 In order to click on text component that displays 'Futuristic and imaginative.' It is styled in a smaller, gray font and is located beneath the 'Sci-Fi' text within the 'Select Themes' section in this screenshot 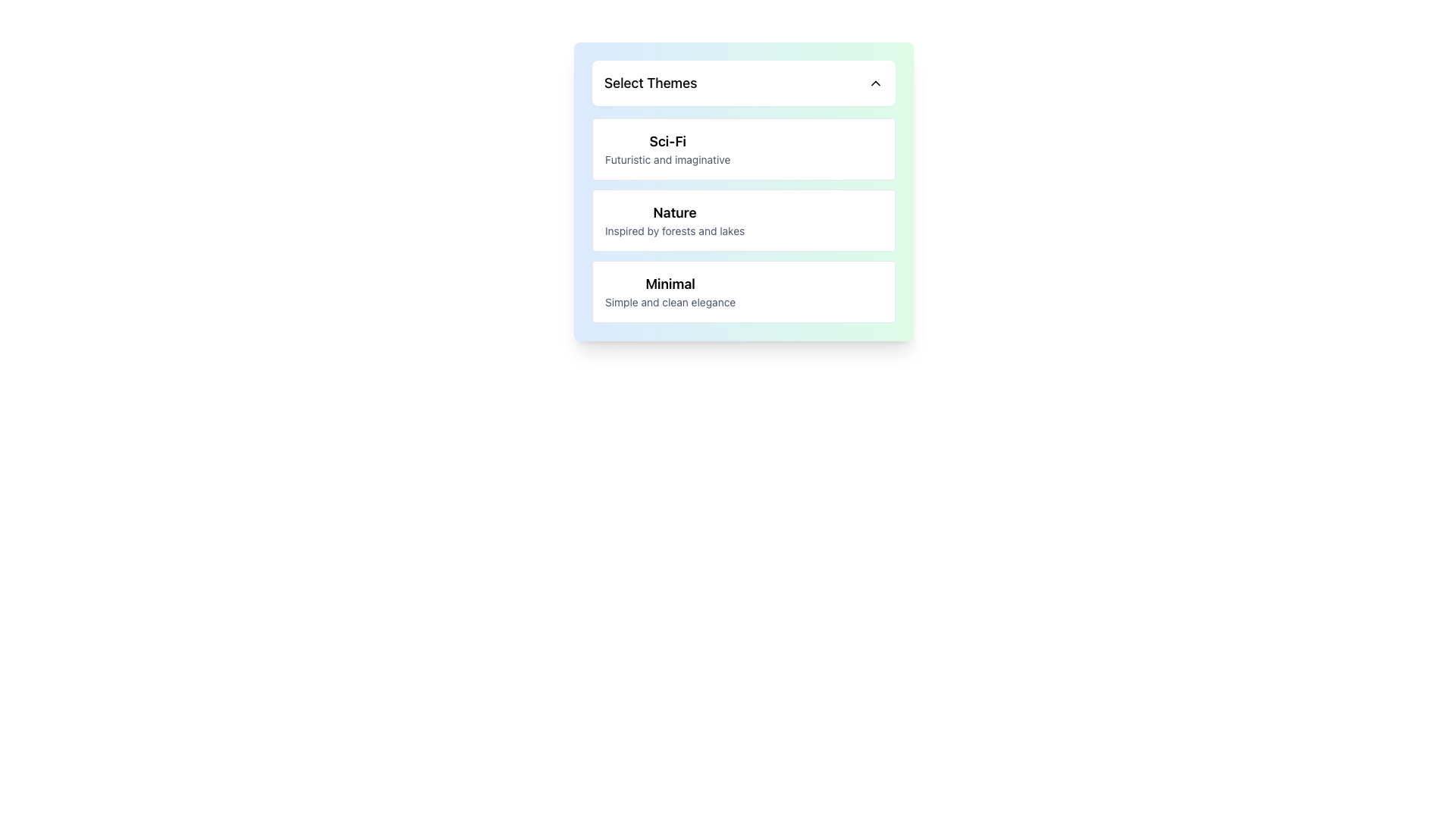, I will do `click(667, 160)`.